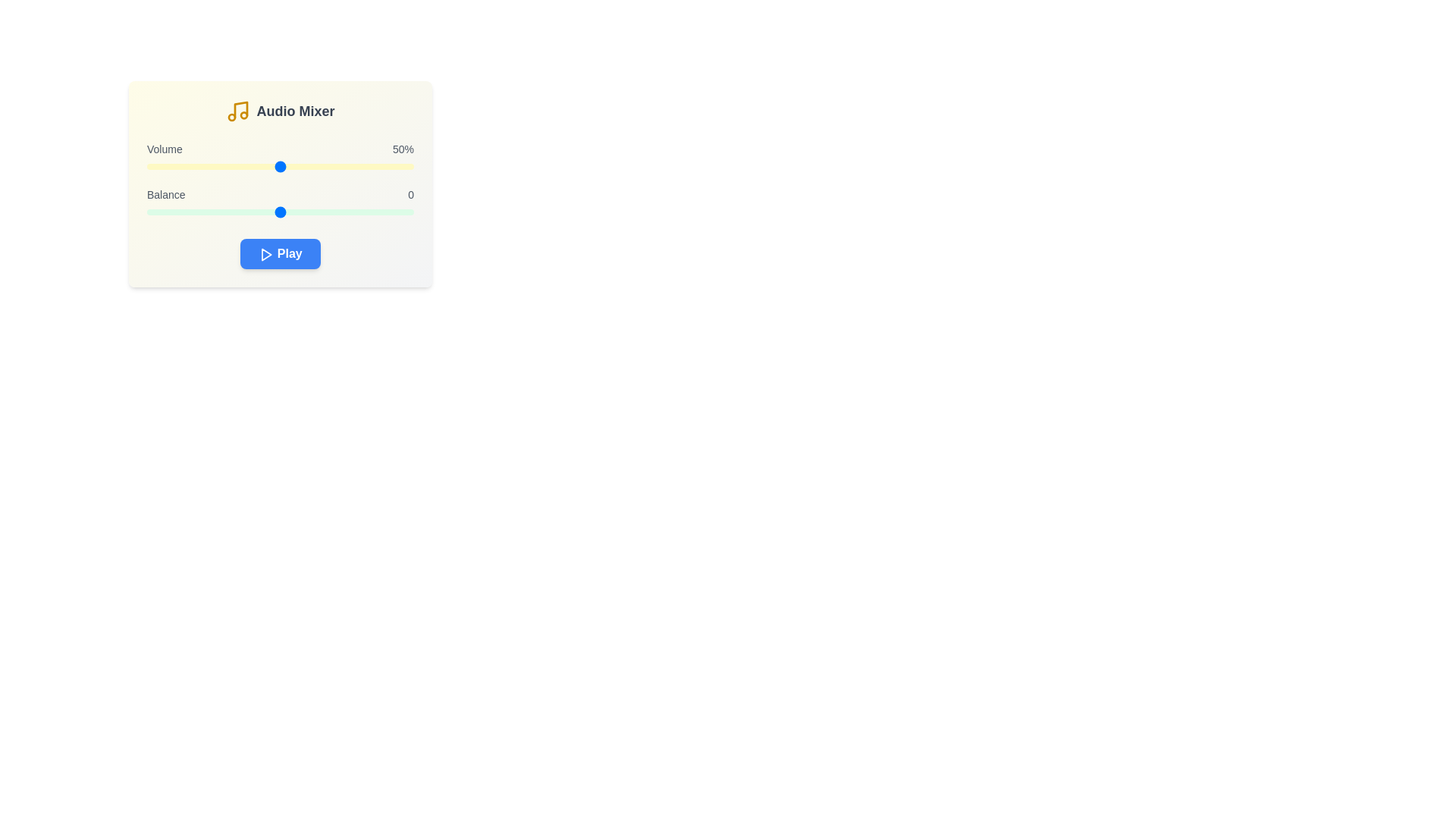  I want to click on the volume, so click(168, 166).